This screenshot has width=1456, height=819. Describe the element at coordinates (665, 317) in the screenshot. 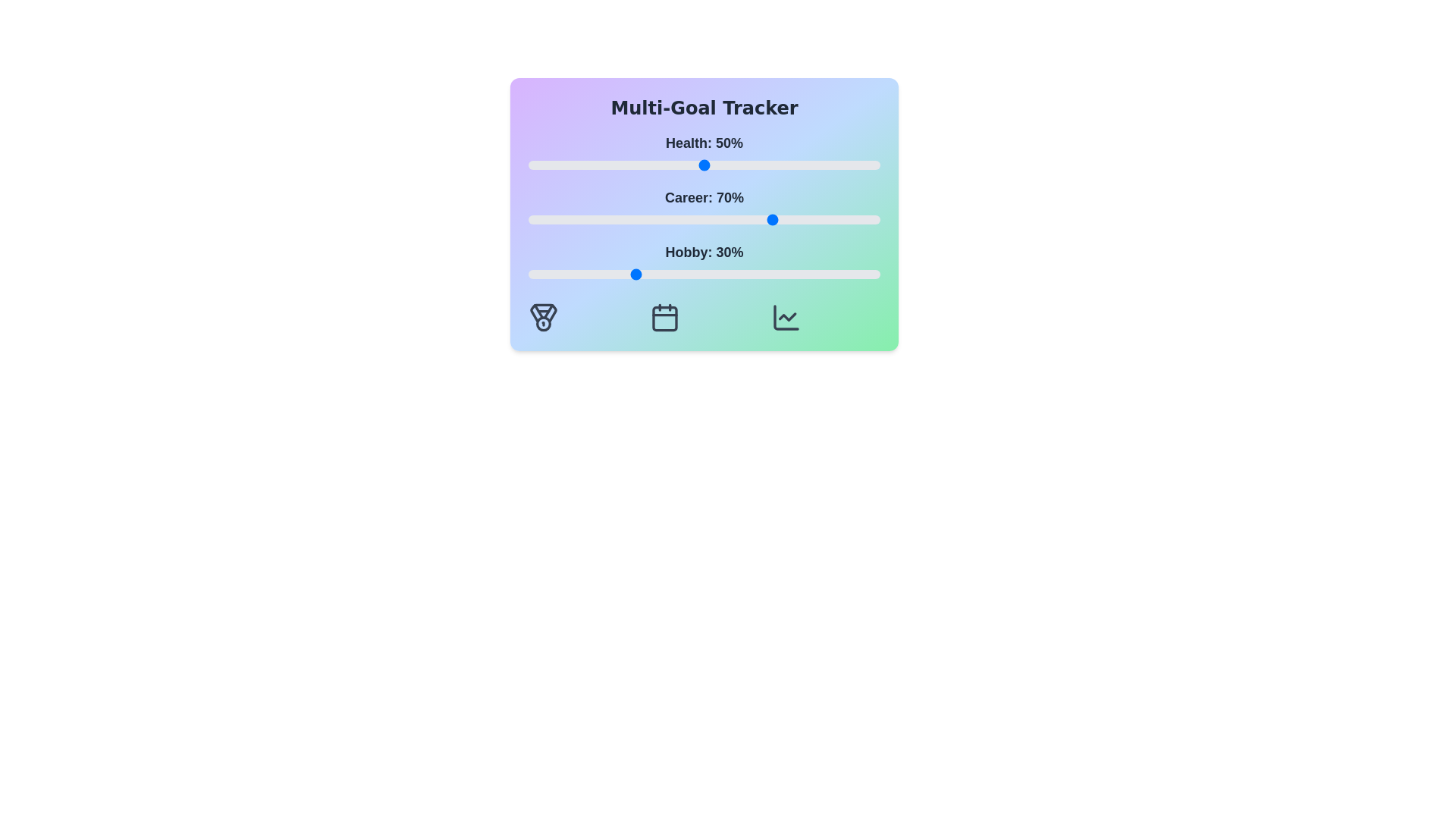

I see `'Calendar' icon` at that location.